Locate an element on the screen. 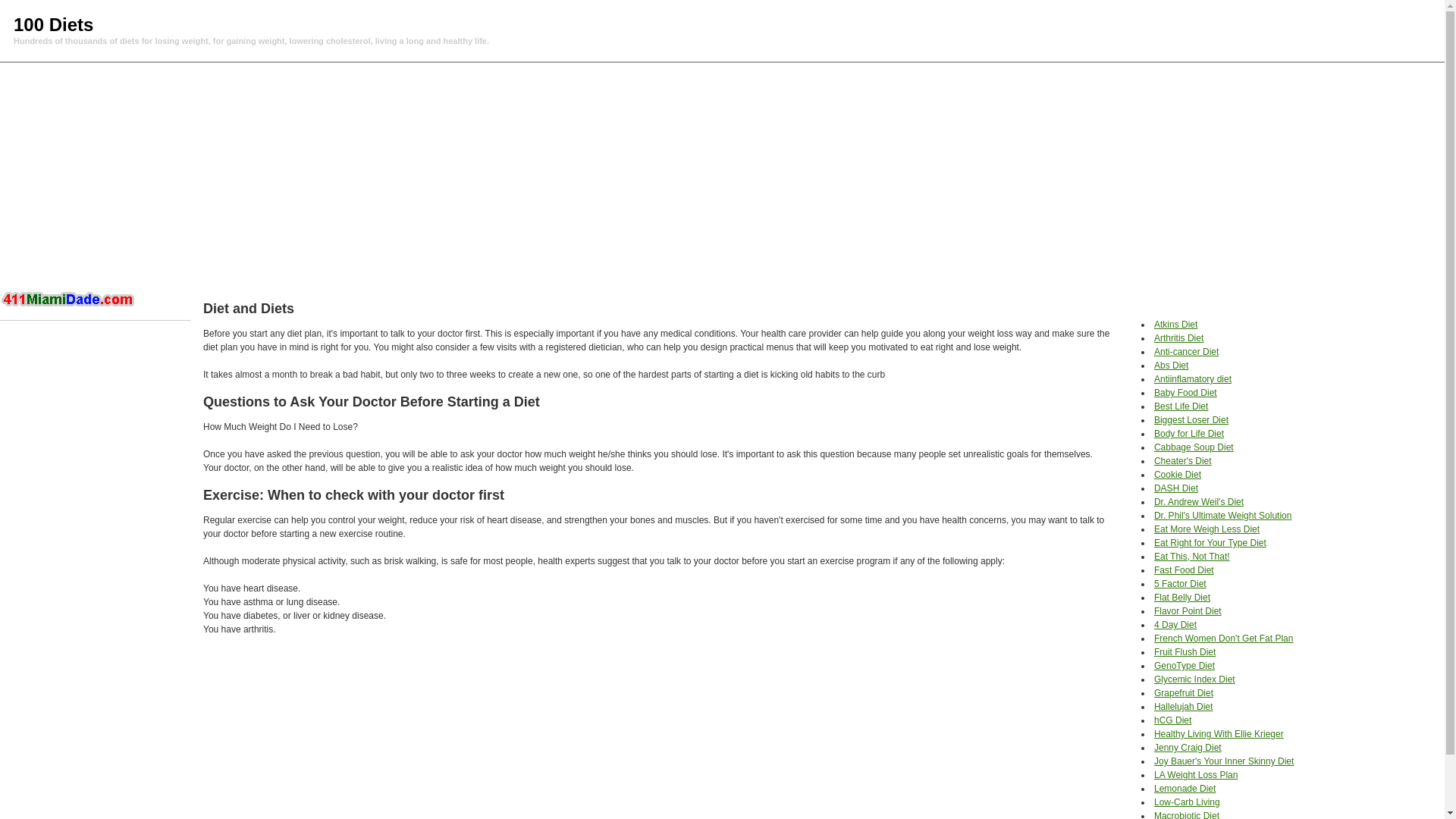 The width and height of the screenshot is (1456, 819). 'Eat This, Not That!' is located at coordinates (1191, 556).